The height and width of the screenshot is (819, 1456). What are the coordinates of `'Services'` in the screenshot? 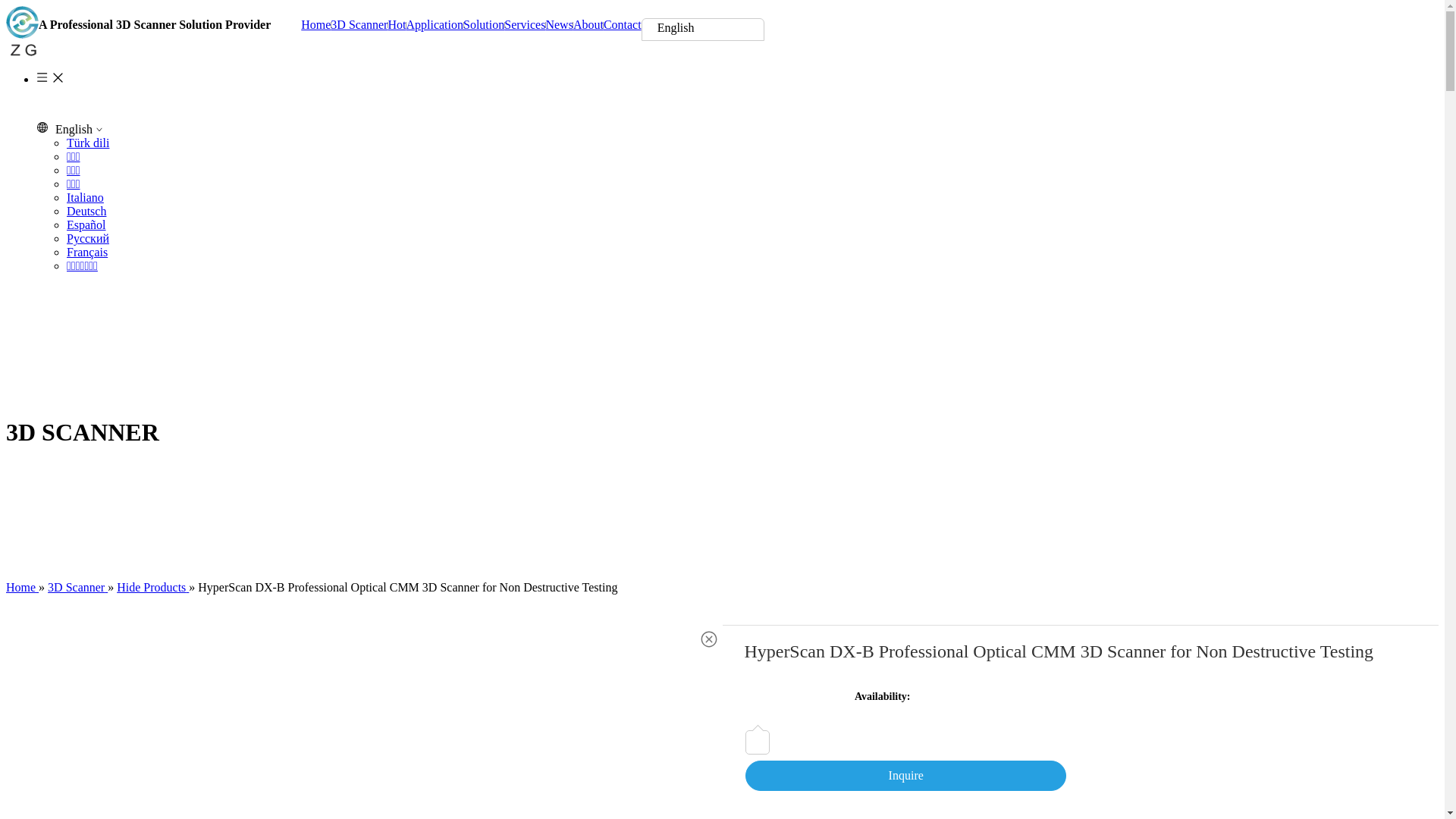 It's located at (524, 25).